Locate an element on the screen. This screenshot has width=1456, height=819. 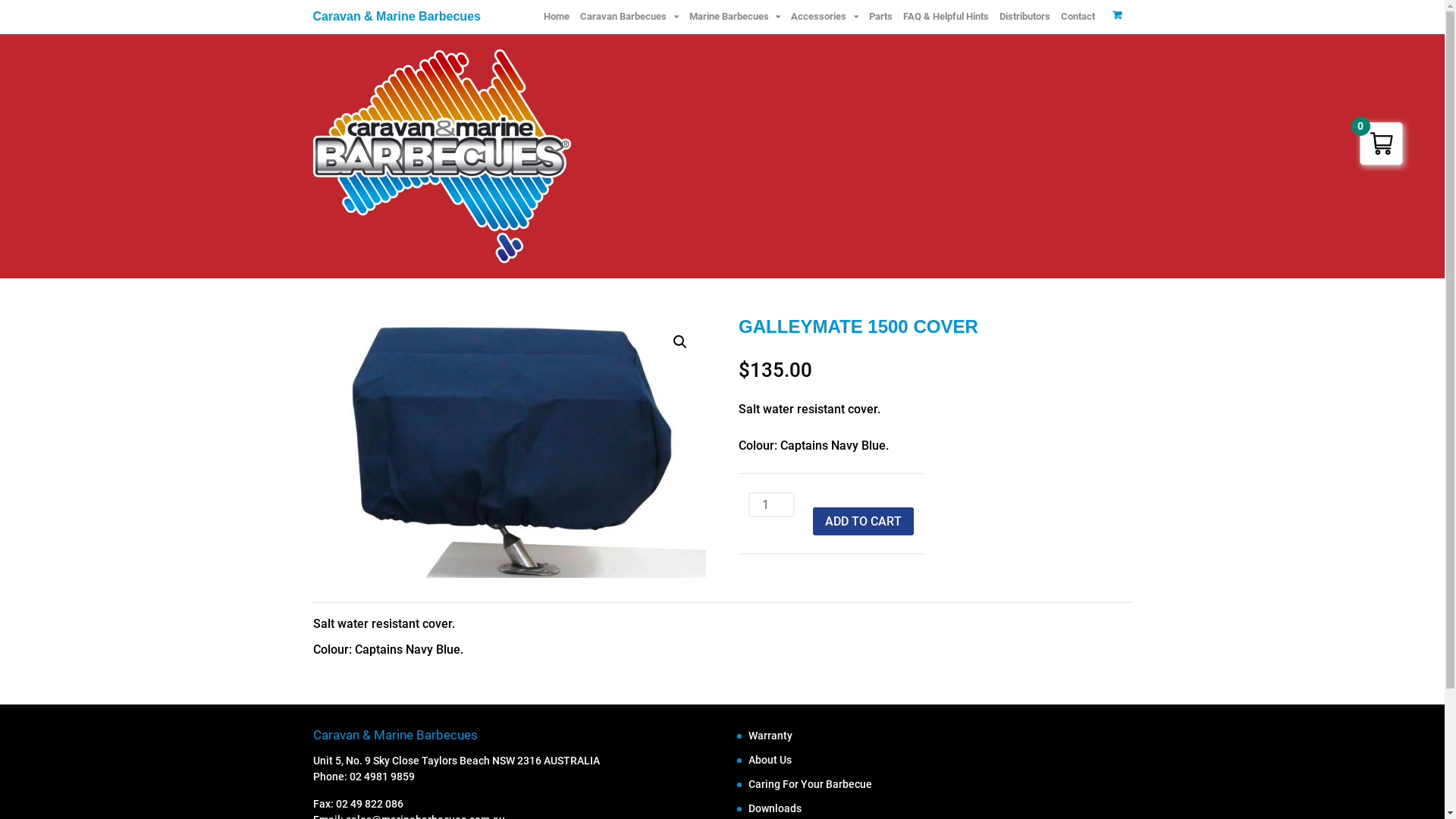
'Marine Barbecues' is located at coordinates (735, 17).